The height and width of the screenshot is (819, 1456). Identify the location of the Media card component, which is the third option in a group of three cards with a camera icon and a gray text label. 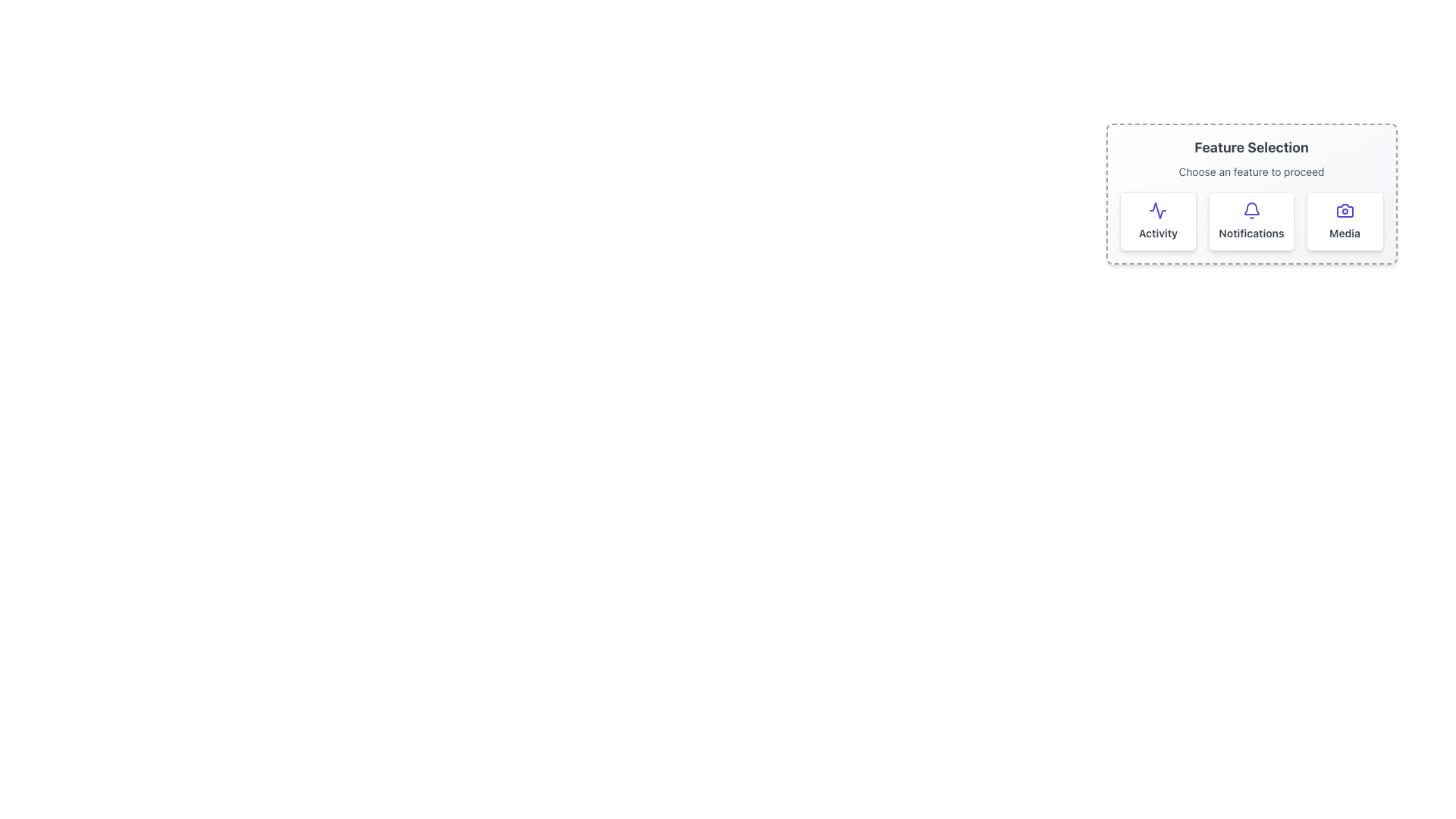
(1345, 221).